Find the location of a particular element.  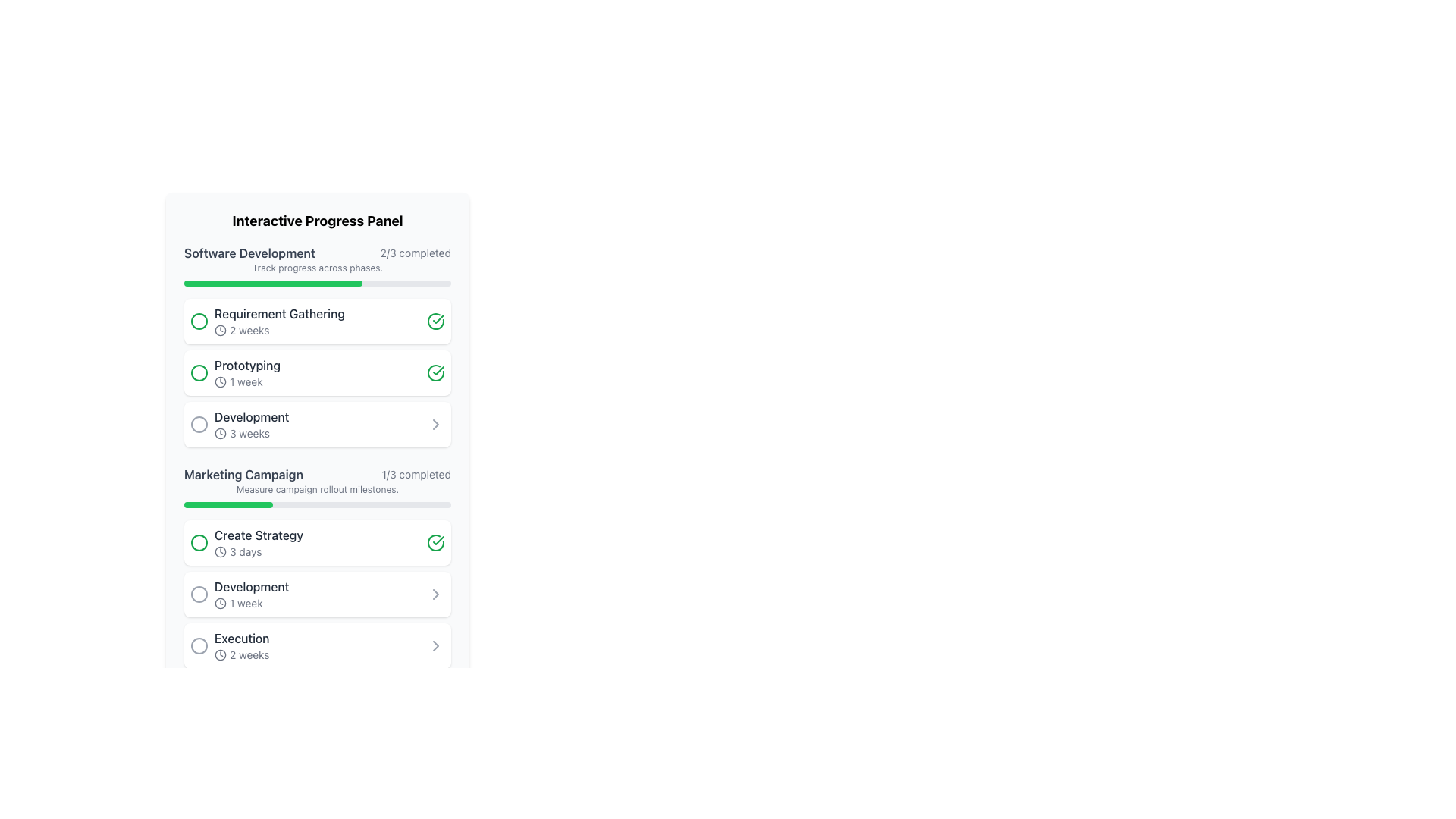

the List Component that summarizes phases in the software development process is located at coordinates (316, 373).